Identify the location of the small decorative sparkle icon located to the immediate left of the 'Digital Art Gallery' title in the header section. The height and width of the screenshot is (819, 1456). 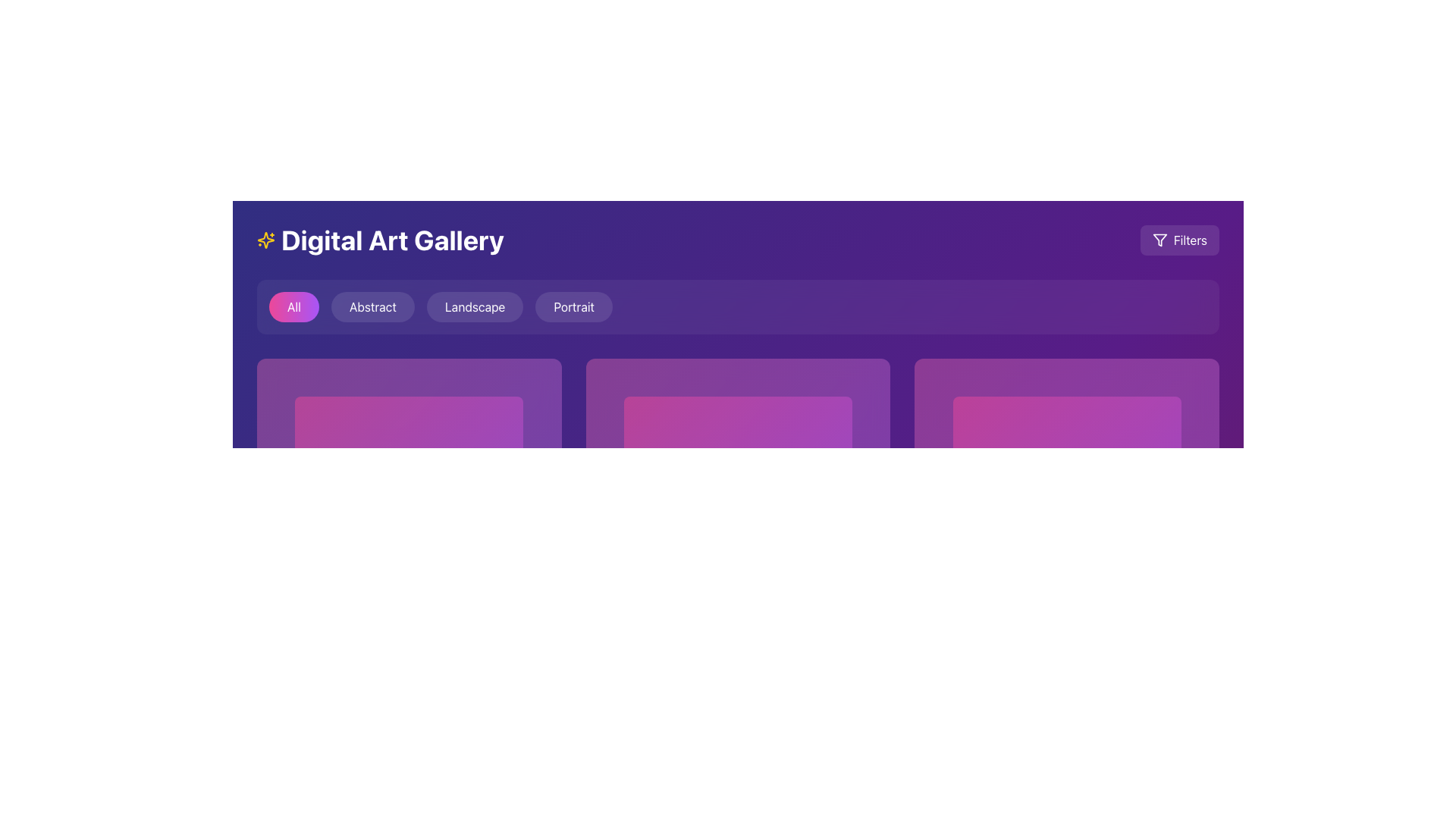
(265, 239).